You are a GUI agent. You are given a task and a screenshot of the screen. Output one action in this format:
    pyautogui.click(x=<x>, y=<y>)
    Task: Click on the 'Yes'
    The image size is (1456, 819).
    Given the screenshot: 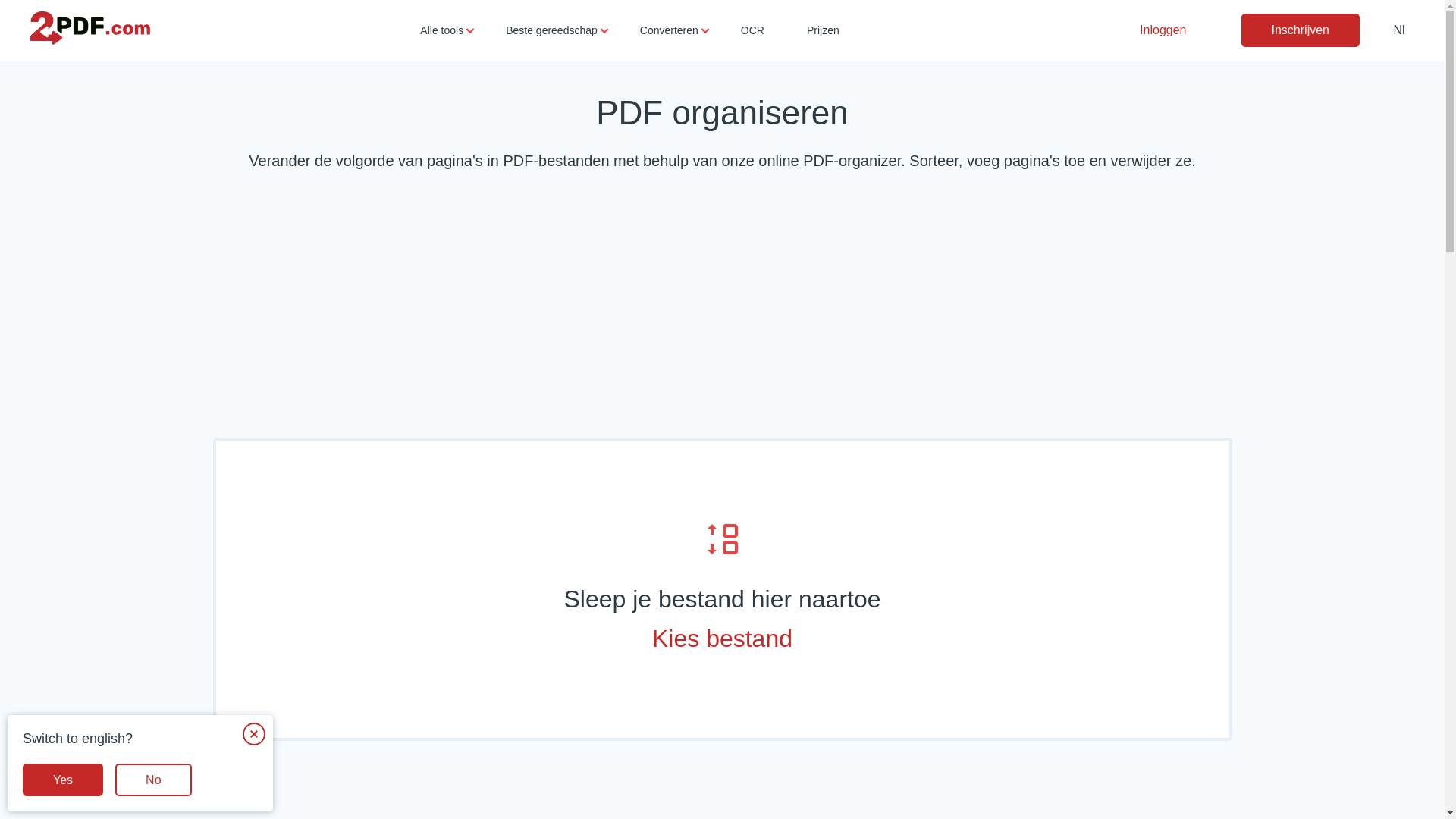 What is the action you would take?
    pyautogui.click(x=22, y=780)
    